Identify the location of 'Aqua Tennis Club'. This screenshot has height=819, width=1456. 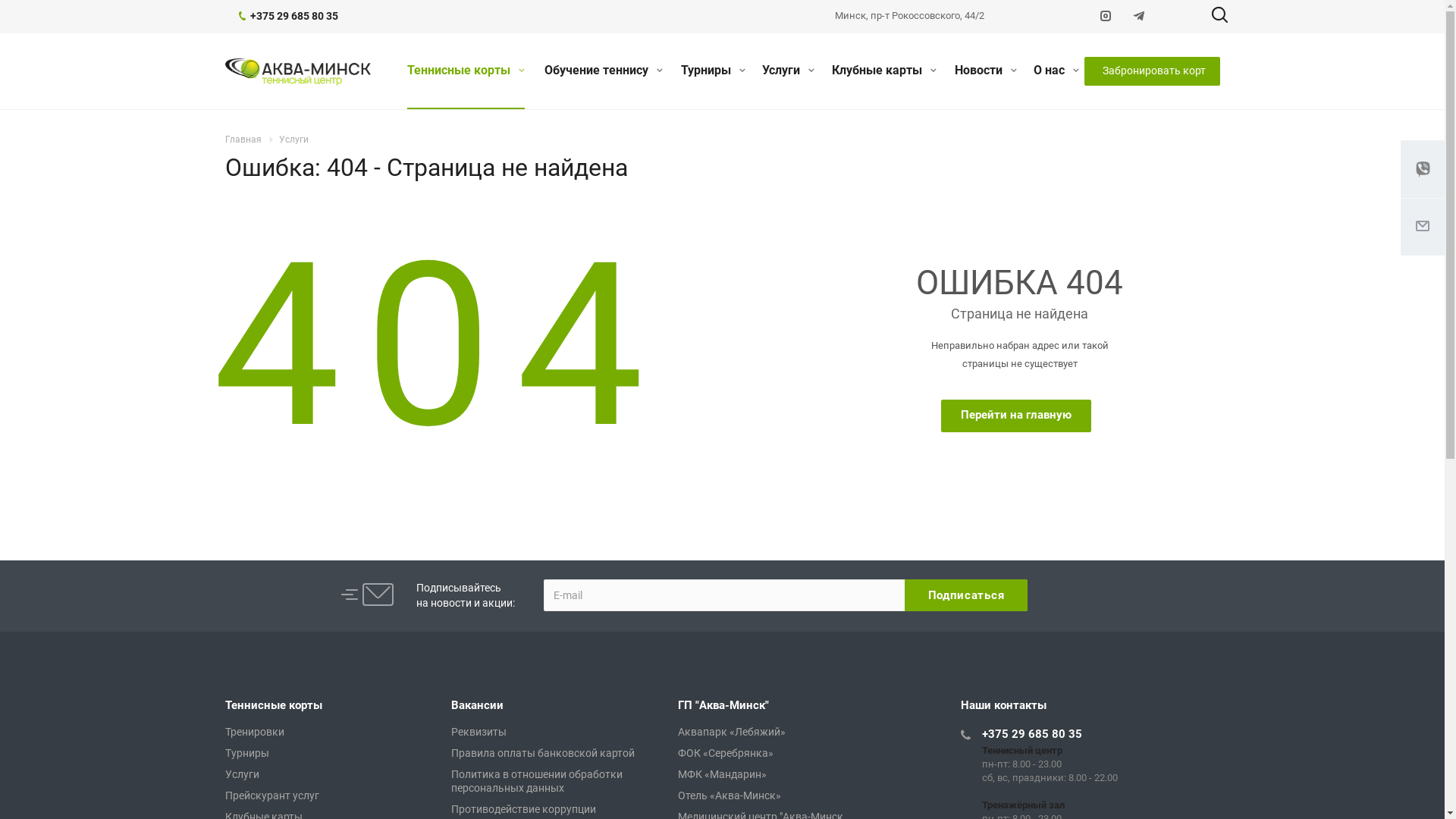
(297, 72).